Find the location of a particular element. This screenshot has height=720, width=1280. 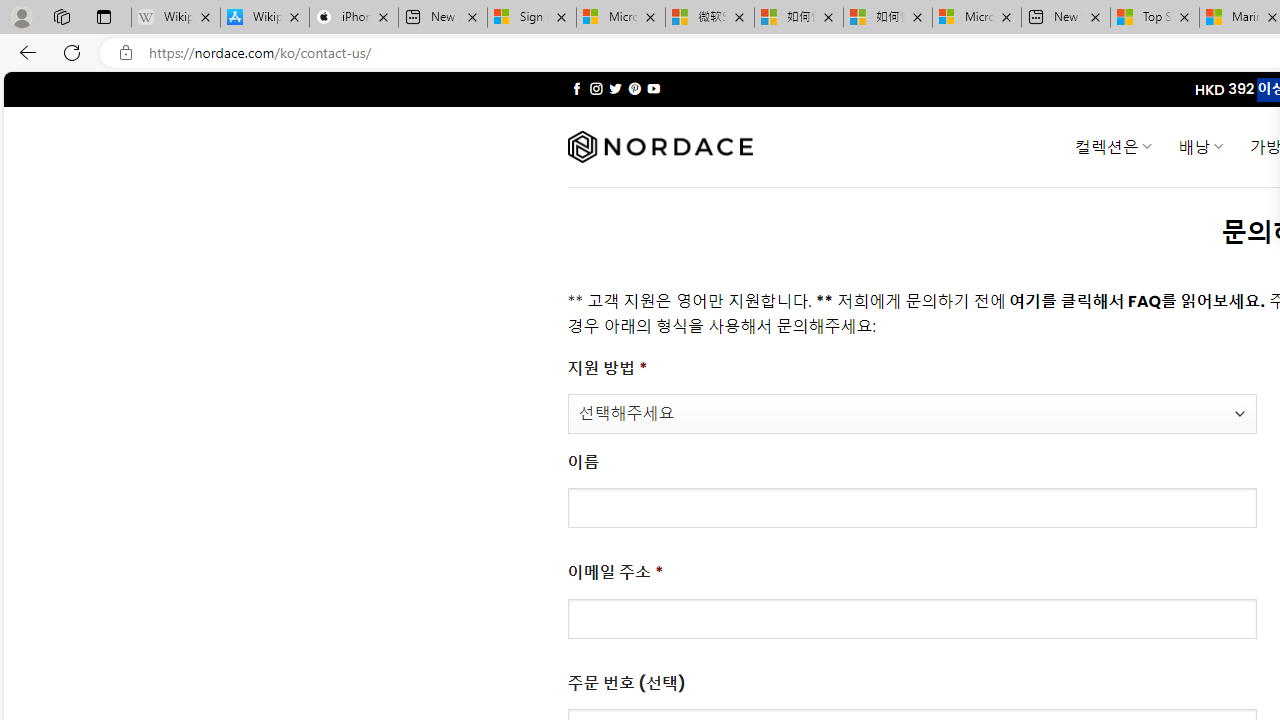

'Personal Profile' is located at coordinates (21, 16).